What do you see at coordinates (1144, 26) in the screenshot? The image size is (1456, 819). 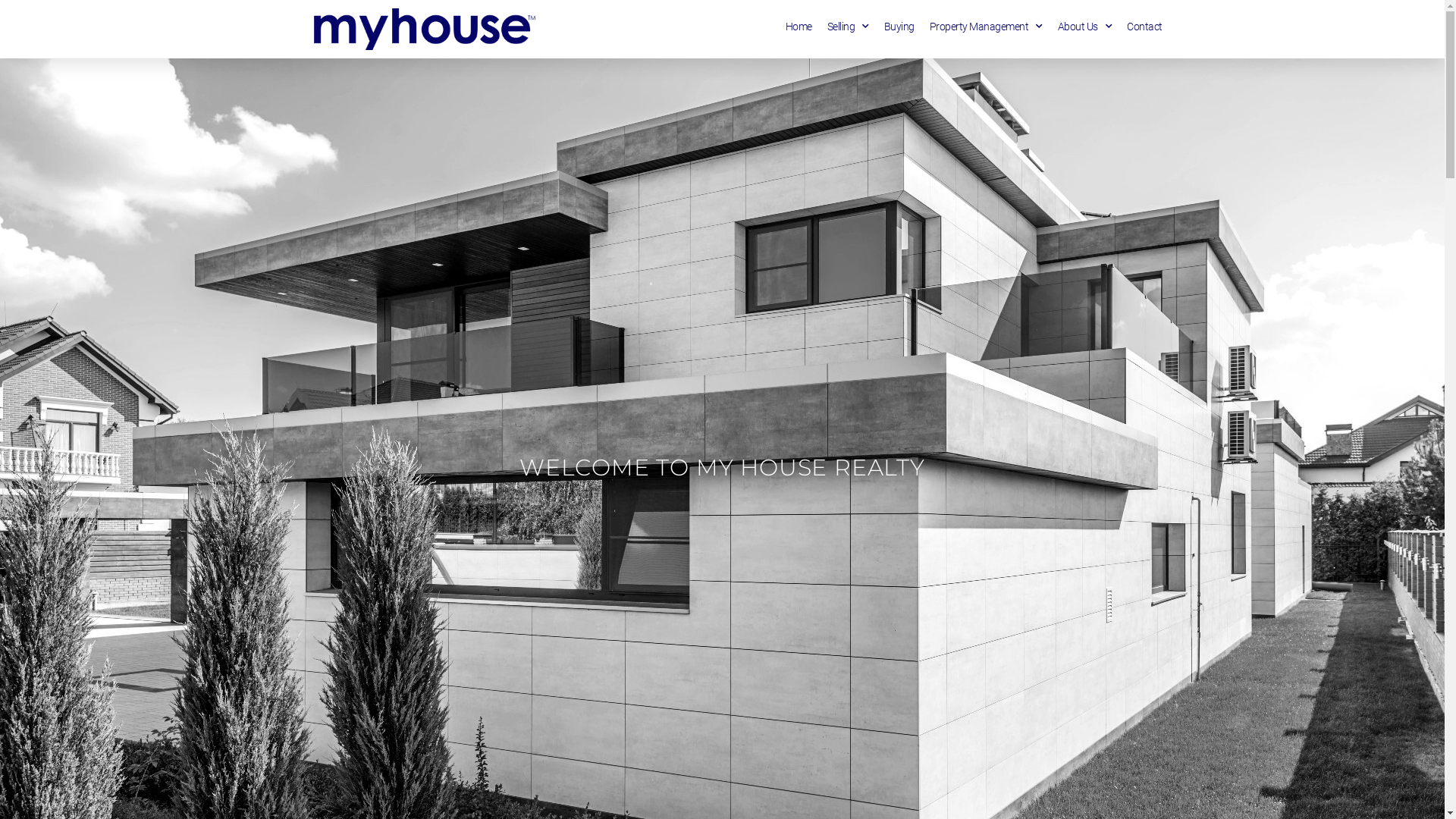 I see `'Contact'` at bounding box center [1144, 26].